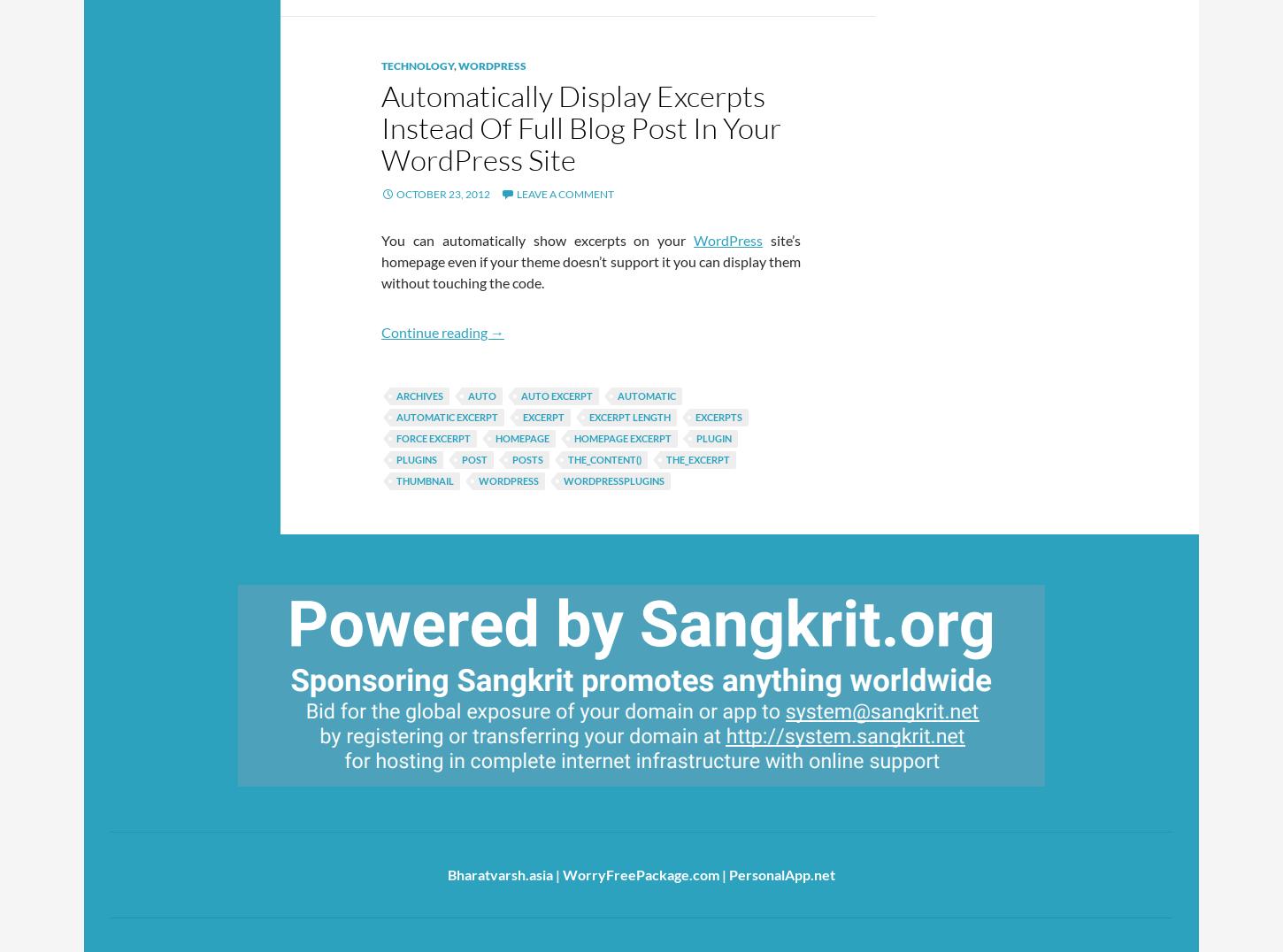  What do you see at coordinates (697, 459) in the screenshot?
I see `'the_excerpt'` at bounding box center [697, 459].